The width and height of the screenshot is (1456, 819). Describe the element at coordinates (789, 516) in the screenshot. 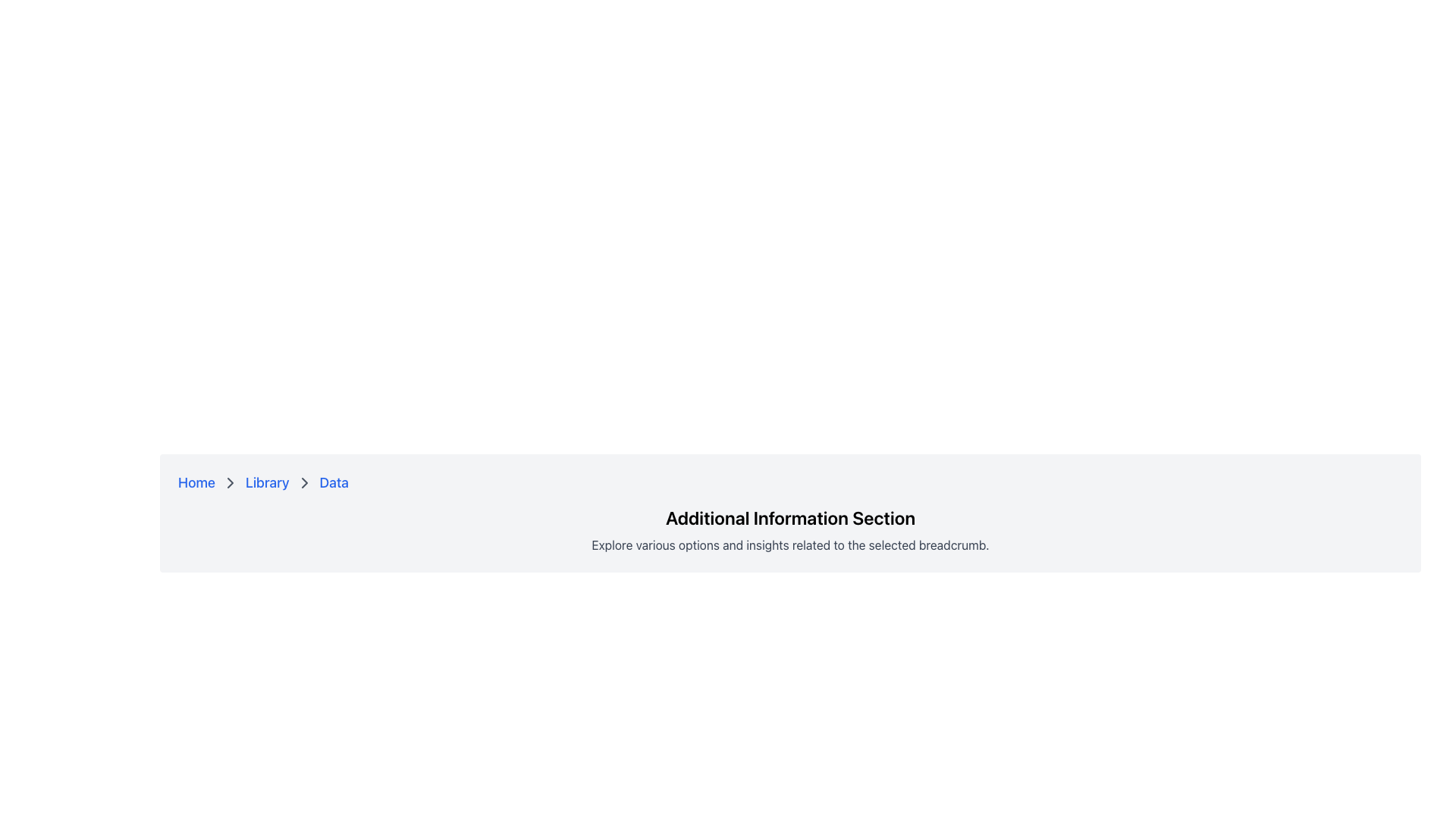

I see `the Text label that serves as a heading for the section, located in the upper-middle part of the current section, above the descriptive text` at that location.